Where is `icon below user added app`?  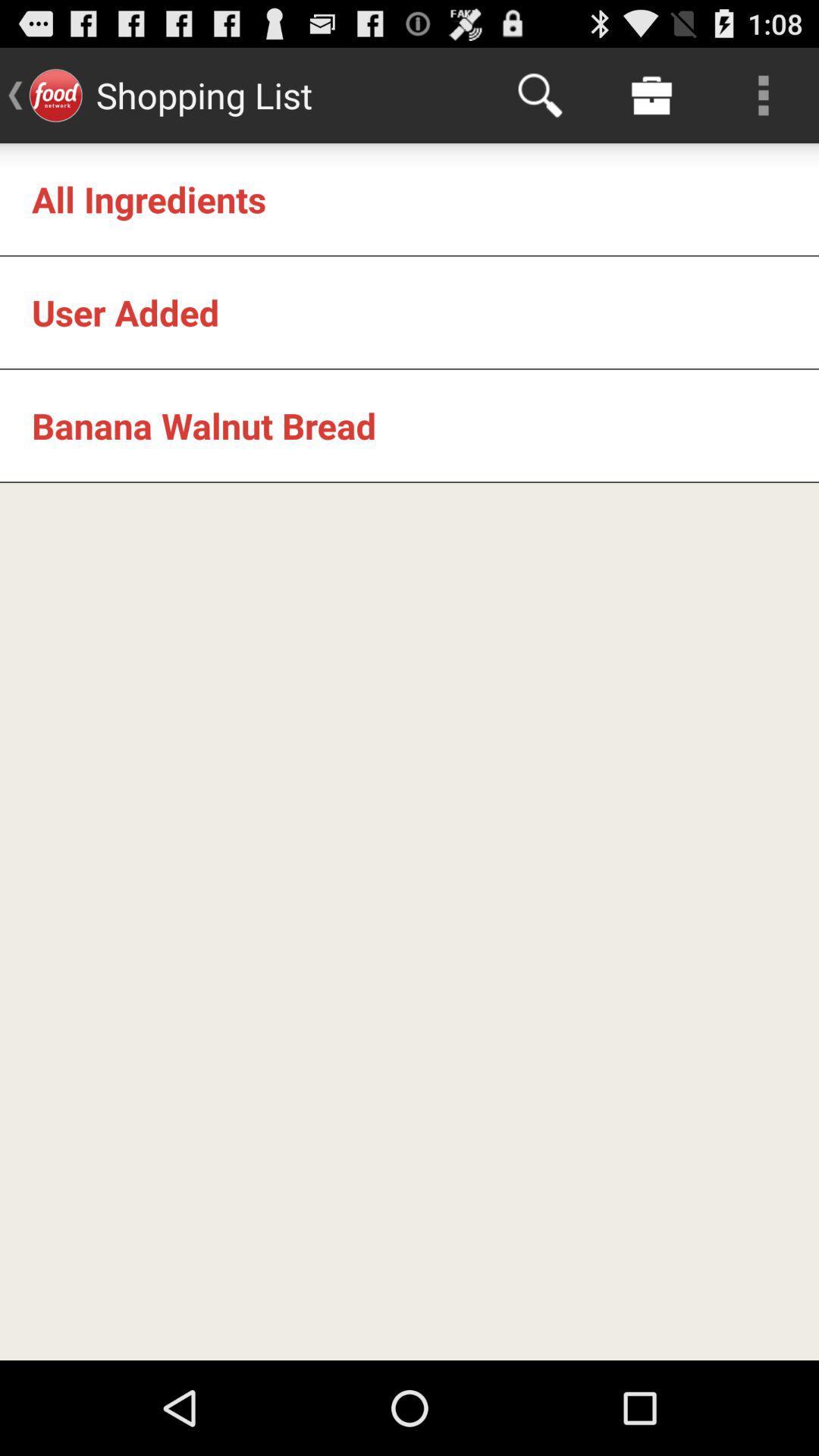
icon below user added app is located at coordinates (203, 425).